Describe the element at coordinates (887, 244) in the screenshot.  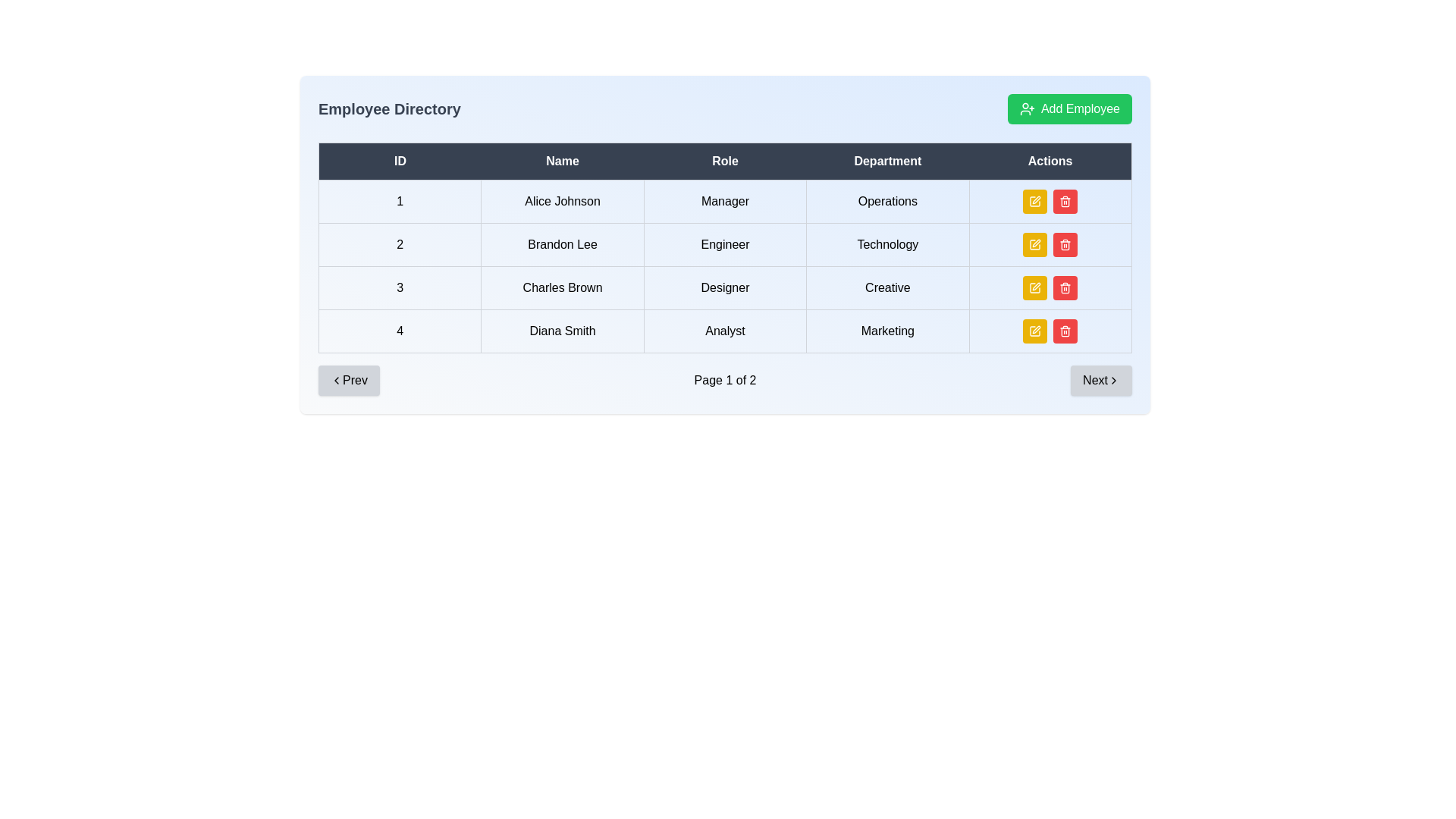
I see `the 'Technology' label in the Department column of the second row in the Employee Directory table` at that location.